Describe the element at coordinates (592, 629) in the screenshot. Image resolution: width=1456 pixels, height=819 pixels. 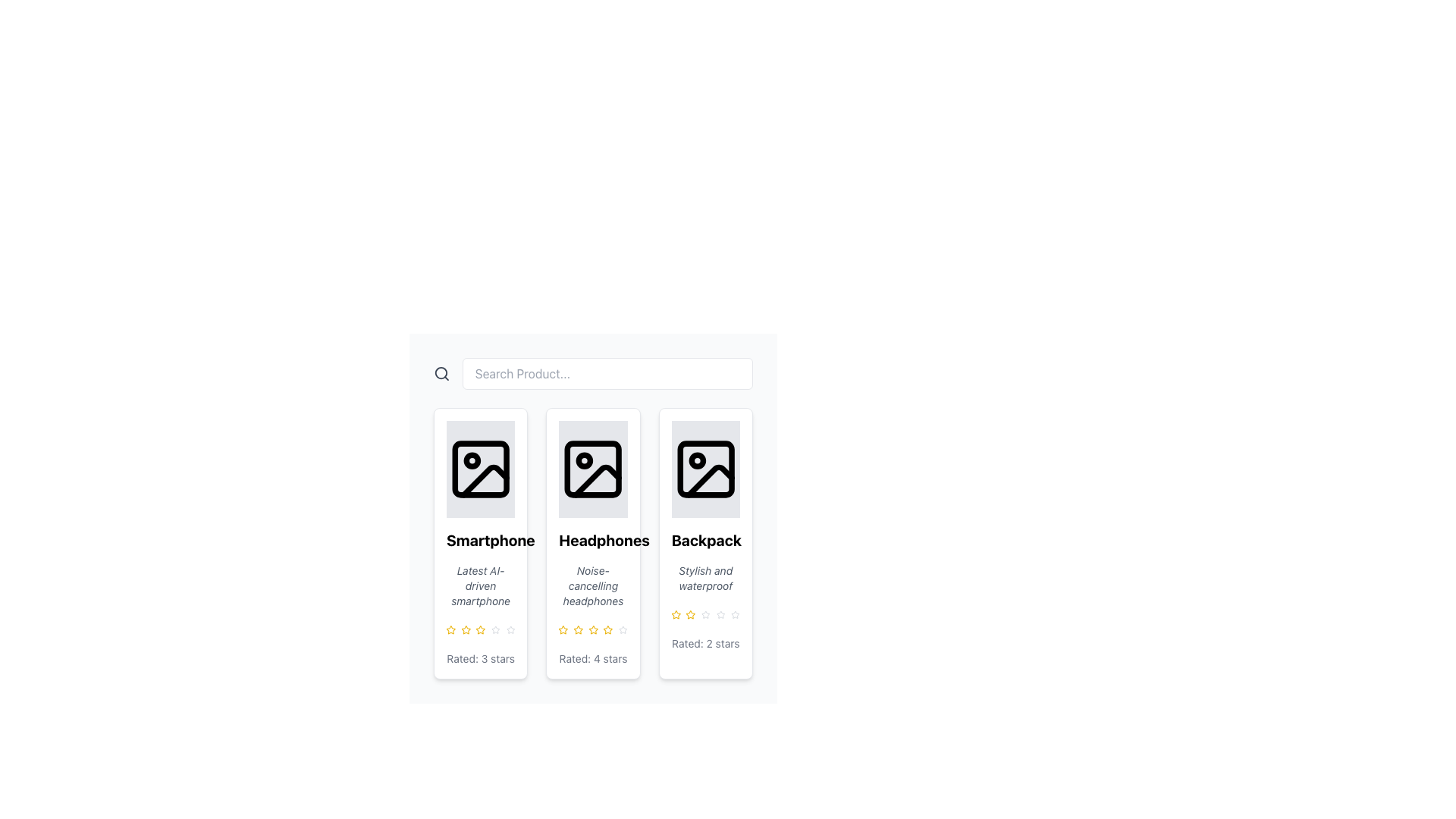
I see `the fourth yellow star icon in the rating mechanism below the 'Headphones' product card` at that location.